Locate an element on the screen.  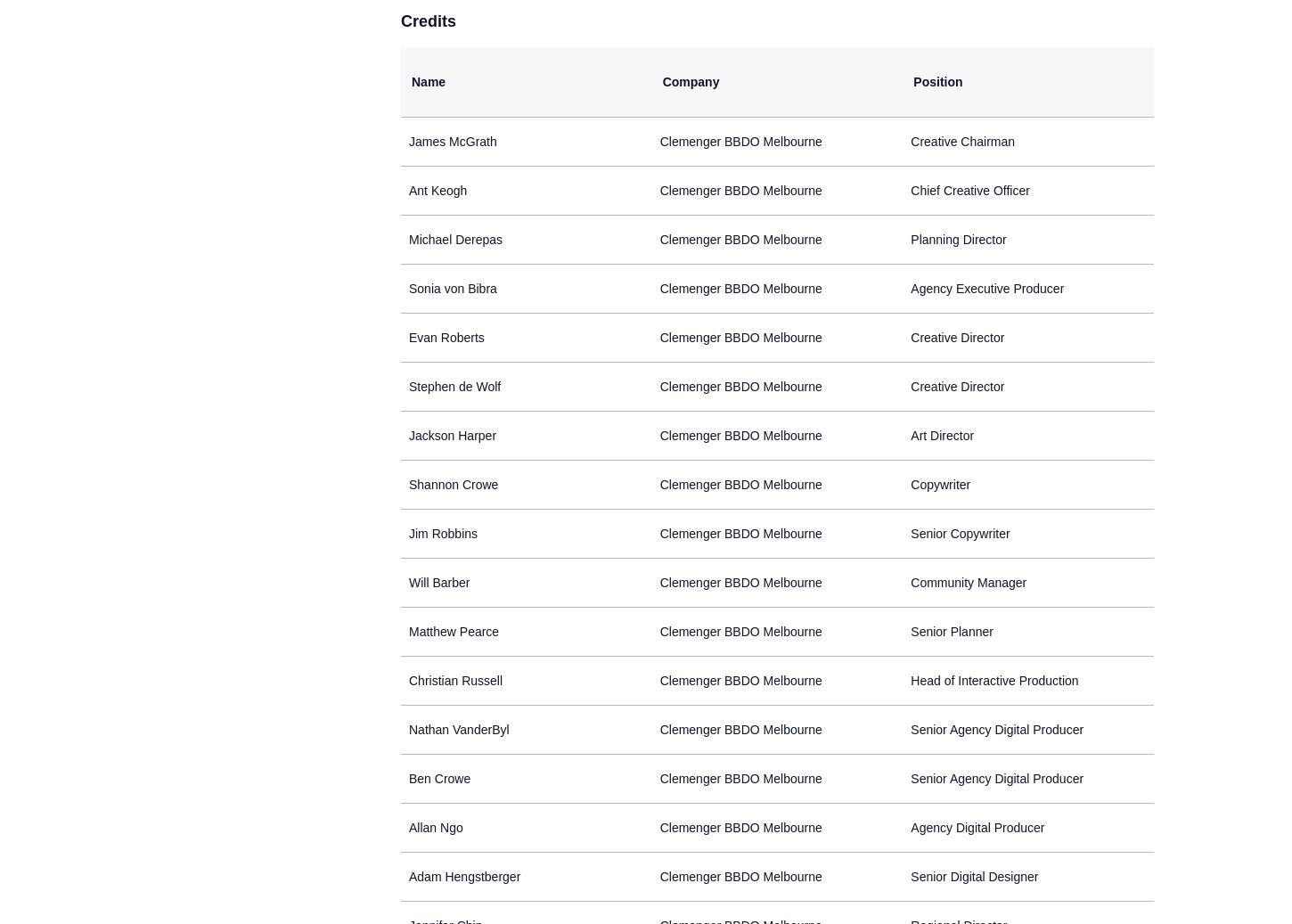
'Copywriter' is located at coordinates (940, 485).